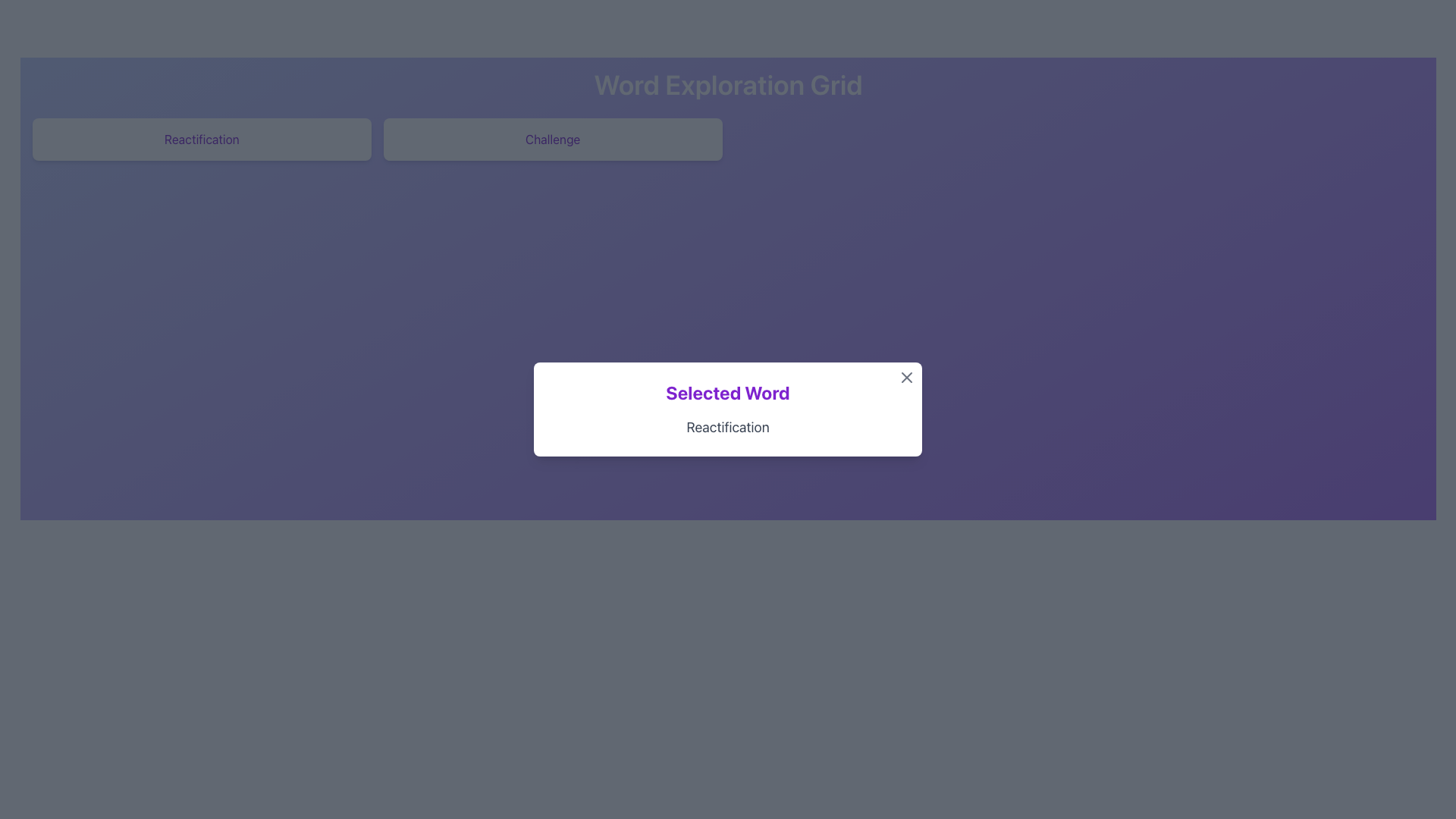  What do you see at coordinates (728, 427) in the screenshot?
I see `the text display element containing the text 'Reactification', which is styled with a large gray font and is centered within a white dialog box below the heading 'Selected Word'` at bounding box center [728, 427].